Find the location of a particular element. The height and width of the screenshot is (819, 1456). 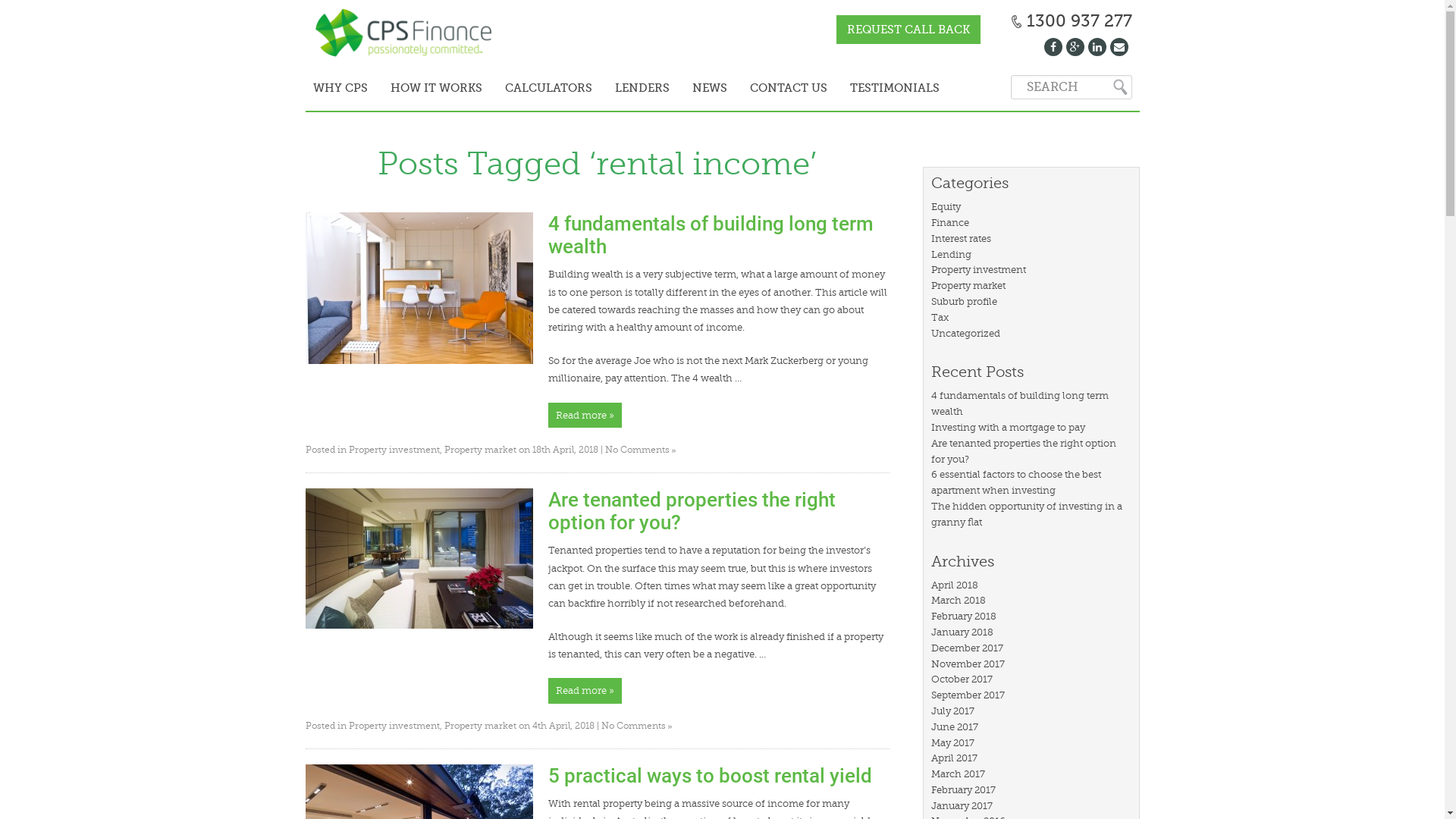

'WHY CPS' is located at coordinates (302, 86).